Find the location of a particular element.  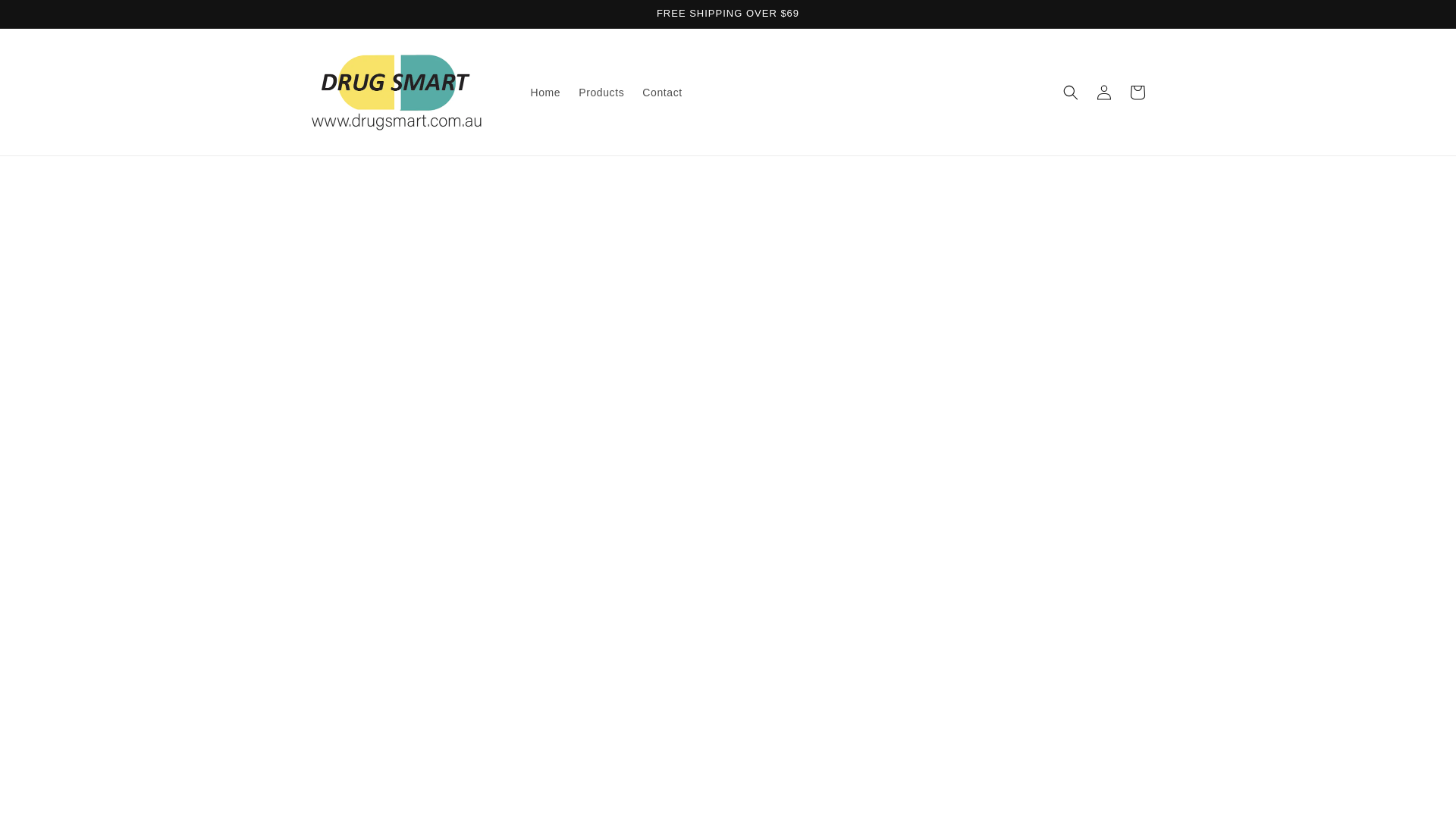

'Contact' is located at coordinates (662, 93).